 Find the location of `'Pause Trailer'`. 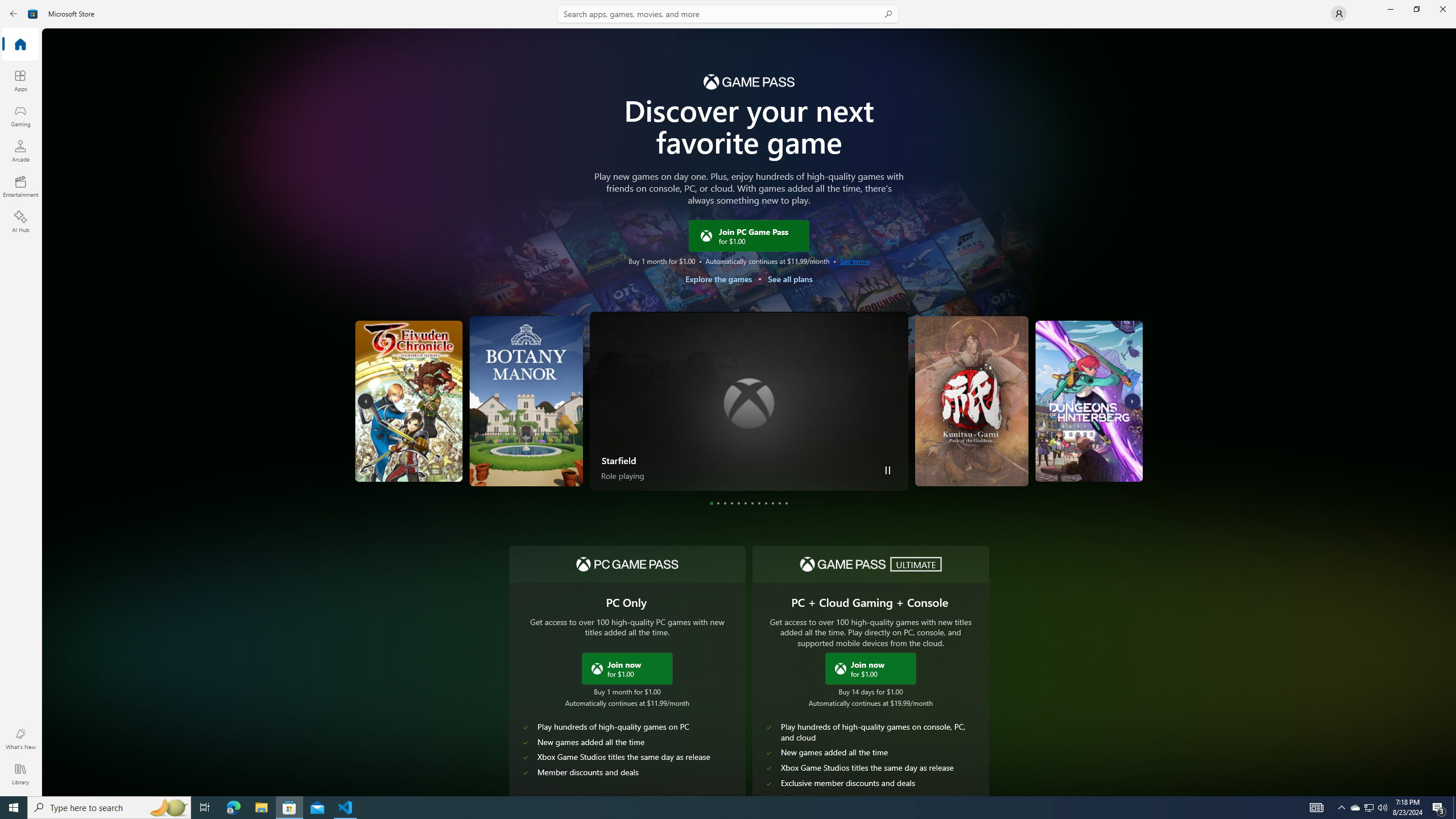

'Pause Trailer' is located at coordinates (888, 470).